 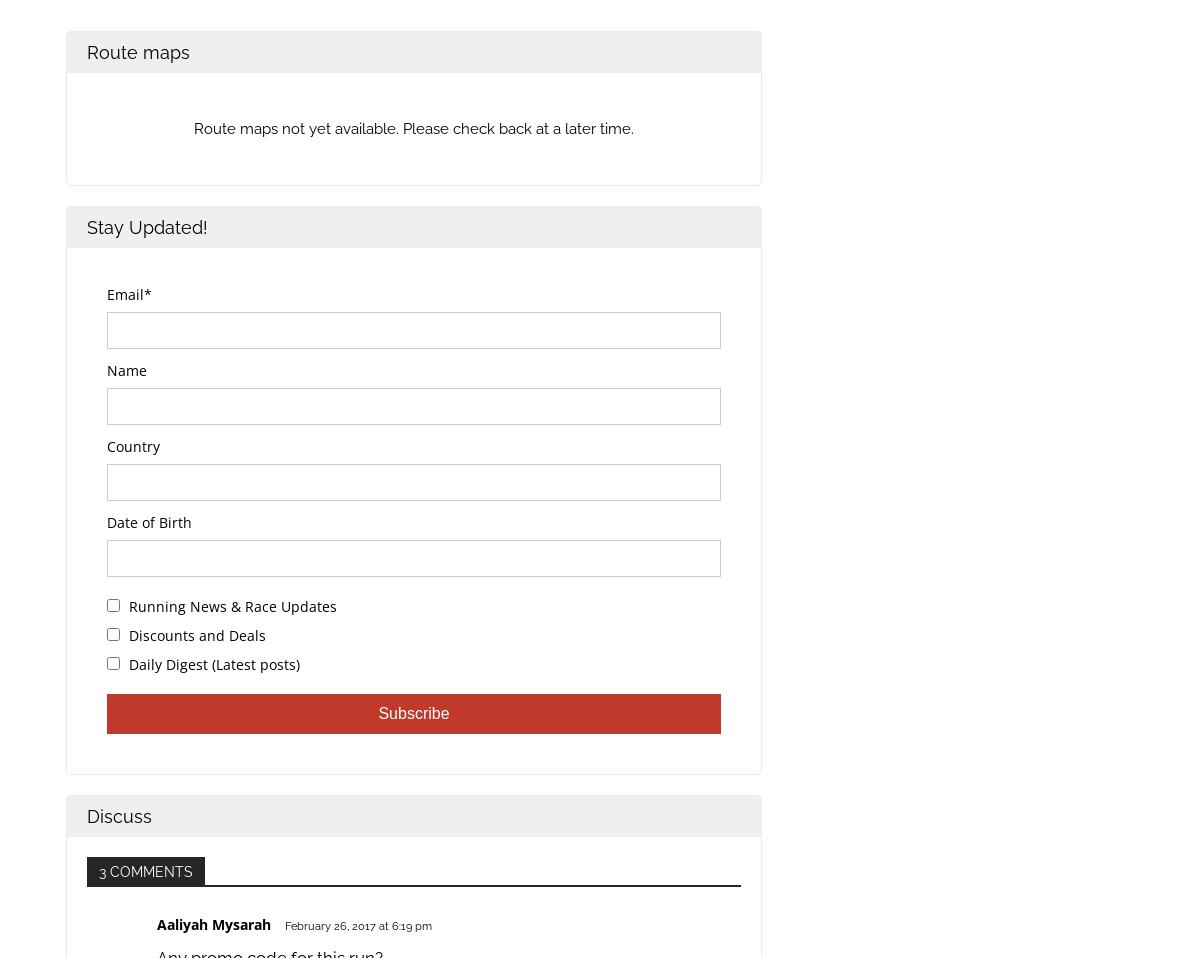 I want to click on 'Subscribe', so click(x=413, y=712).